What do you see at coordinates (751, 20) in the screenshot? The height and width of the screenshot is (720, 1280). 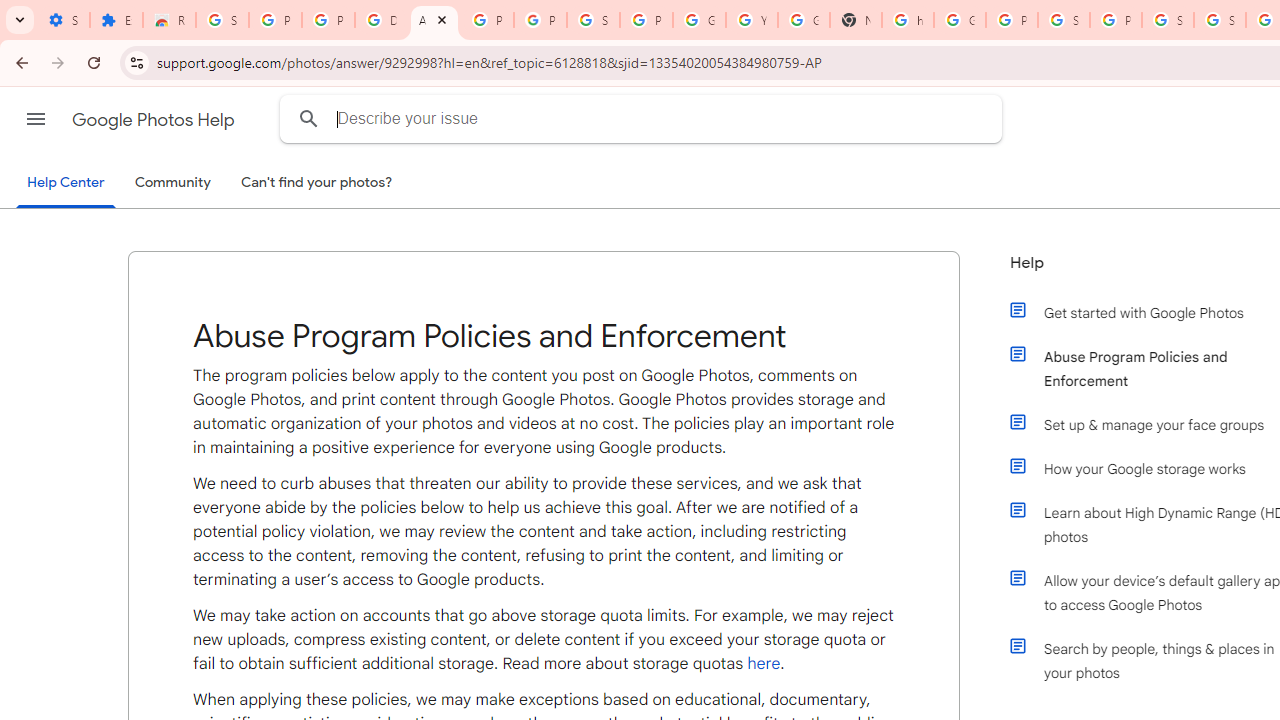 I see `'YouTube'` at bounding box center [751, 20].